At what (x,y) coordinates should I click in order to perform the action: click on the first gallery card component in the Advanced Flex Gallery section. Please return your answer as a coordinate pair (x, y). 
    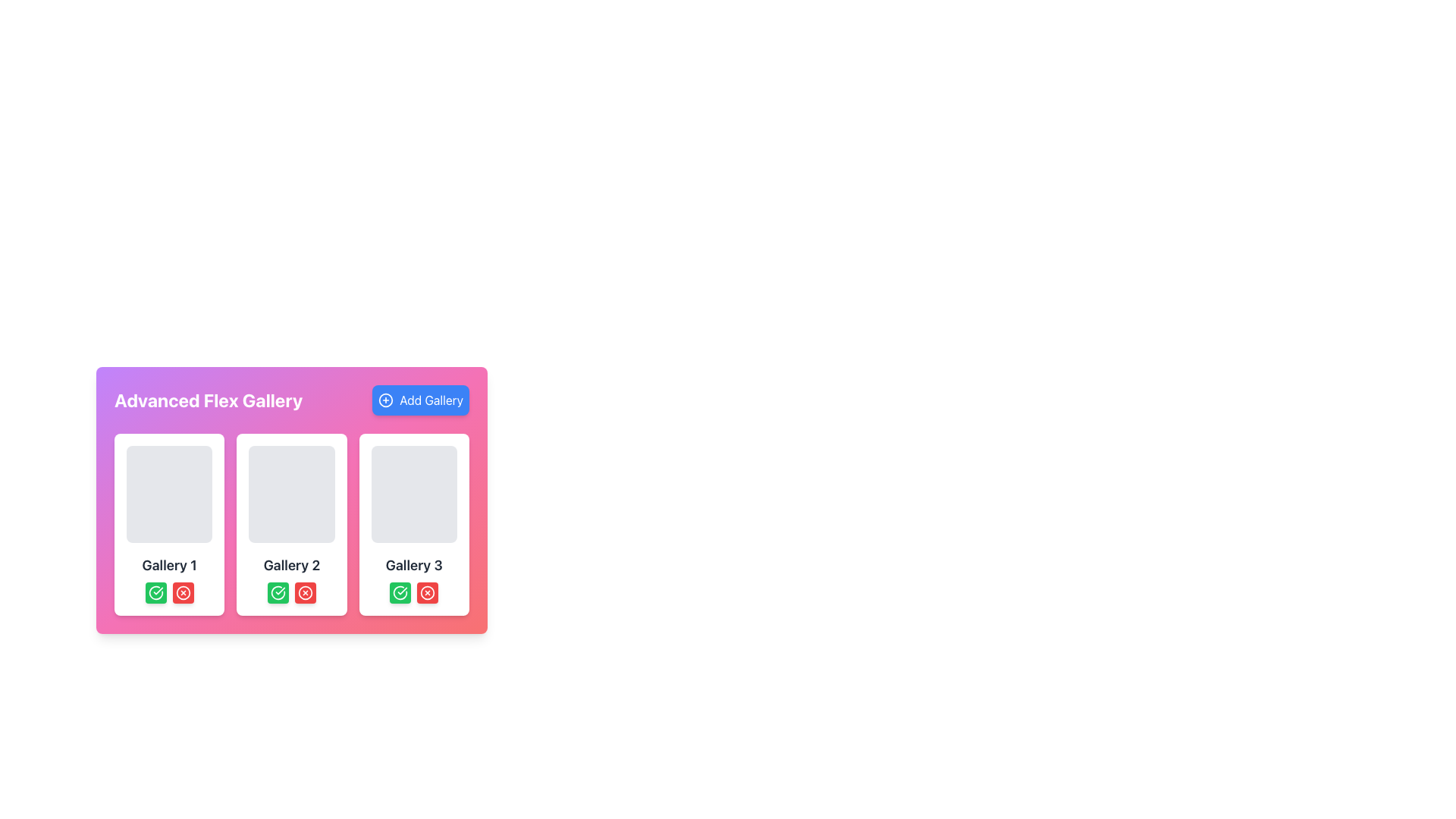
    Looking at the image, I should click on (169, 523).